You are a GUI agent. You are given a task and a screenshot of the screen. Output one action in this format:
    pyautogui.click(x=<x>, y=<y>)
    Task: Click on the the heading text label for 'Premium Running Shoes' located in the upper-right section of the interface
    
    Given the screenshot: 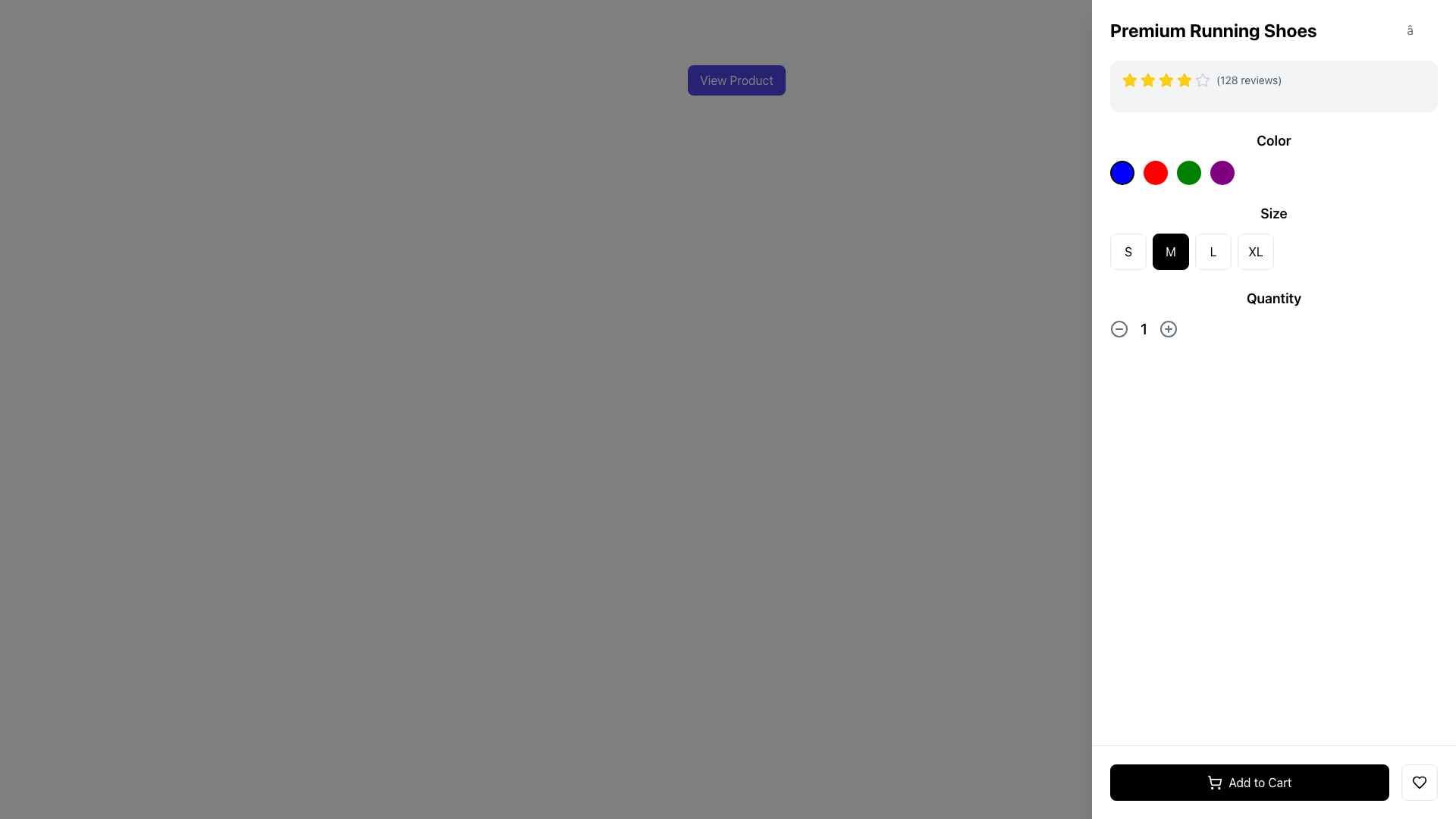 What is the action you would take?
    pyautogui.click(x=1213, y=30)
    